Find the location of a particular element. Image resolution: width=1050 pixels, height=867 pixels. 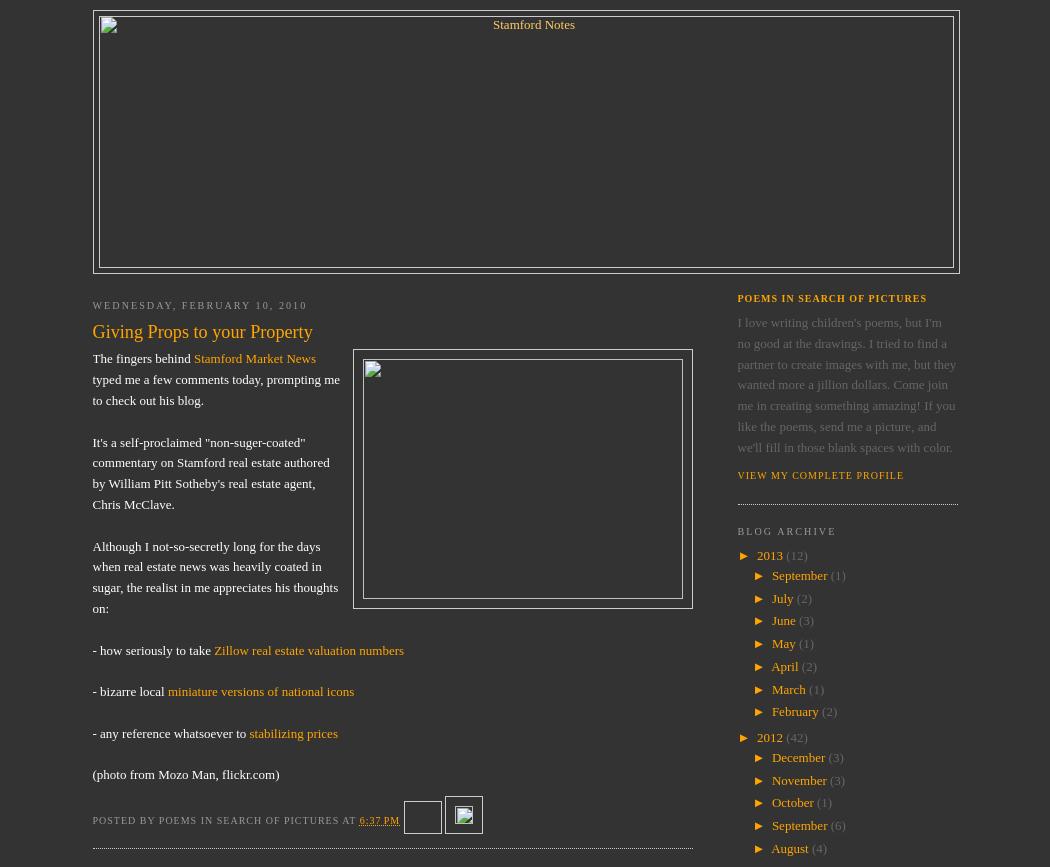

'- how seriously to take' is located at coordinates (152, 648).